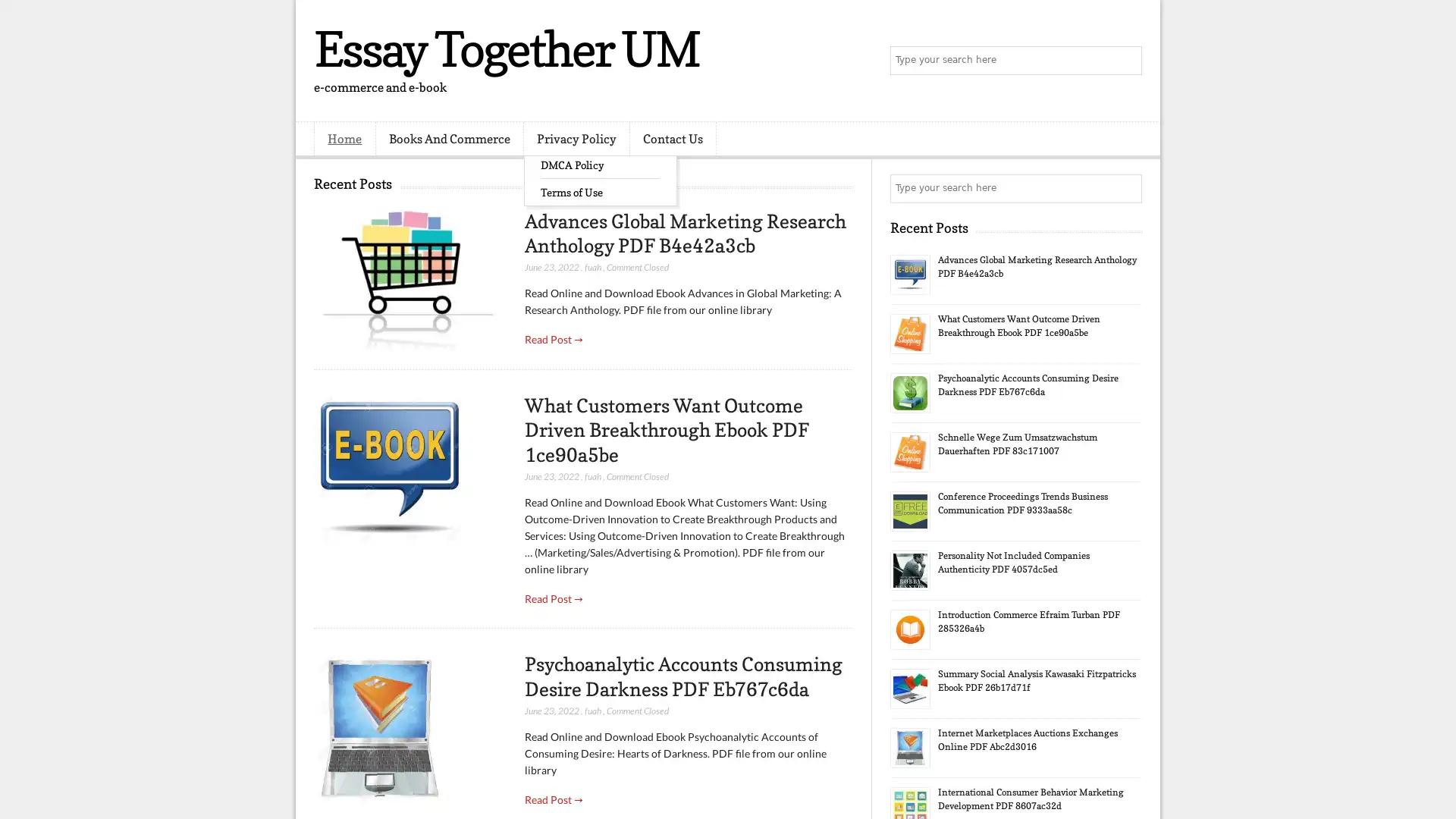 This screenshot has width=1456, height=819. I want to click on Search, so click(1126, 188).